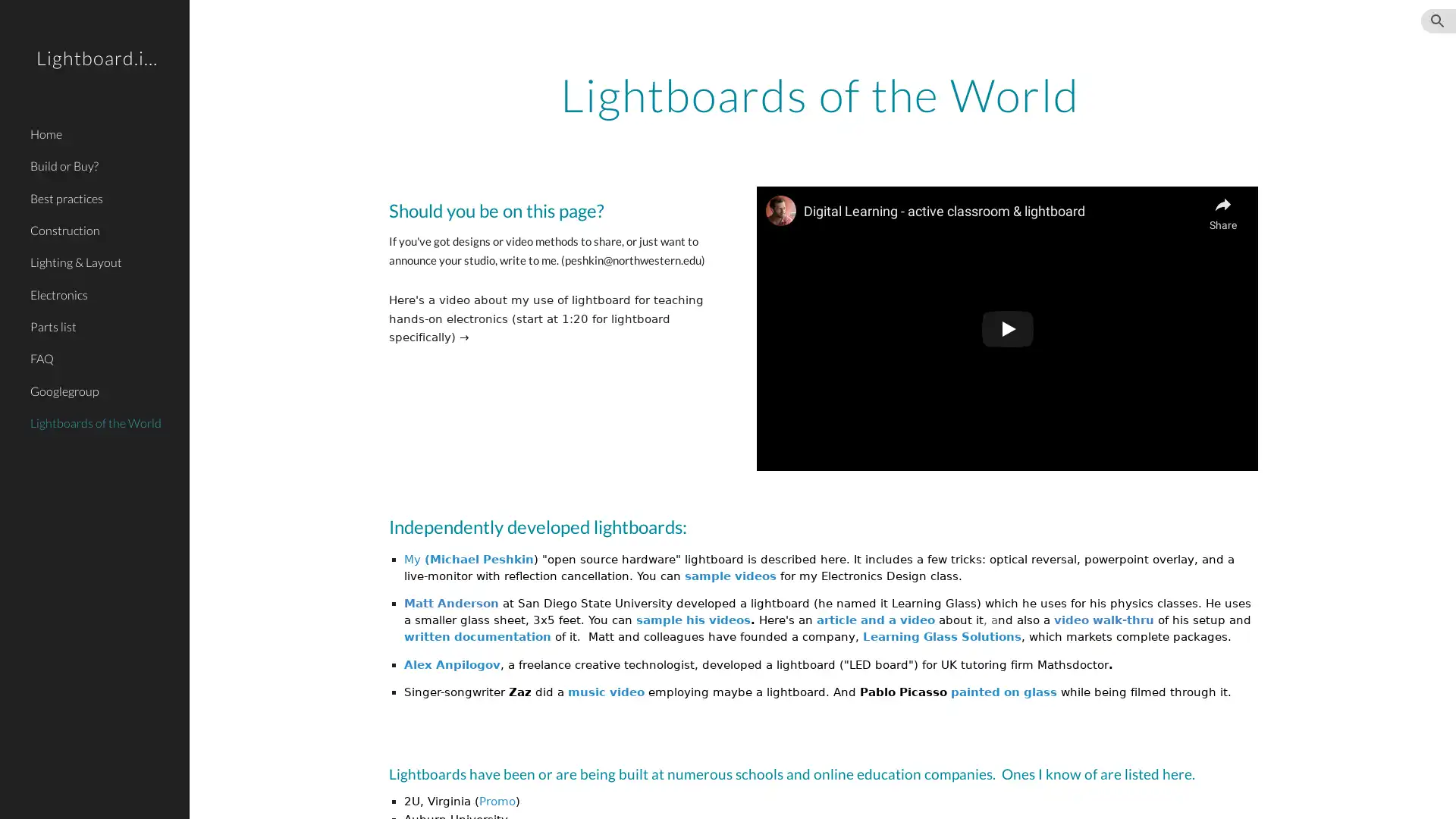  What do you see at coordinates (372, 792) in the screenshot?
I see `Report abuse` at bounding box center [372, 792].